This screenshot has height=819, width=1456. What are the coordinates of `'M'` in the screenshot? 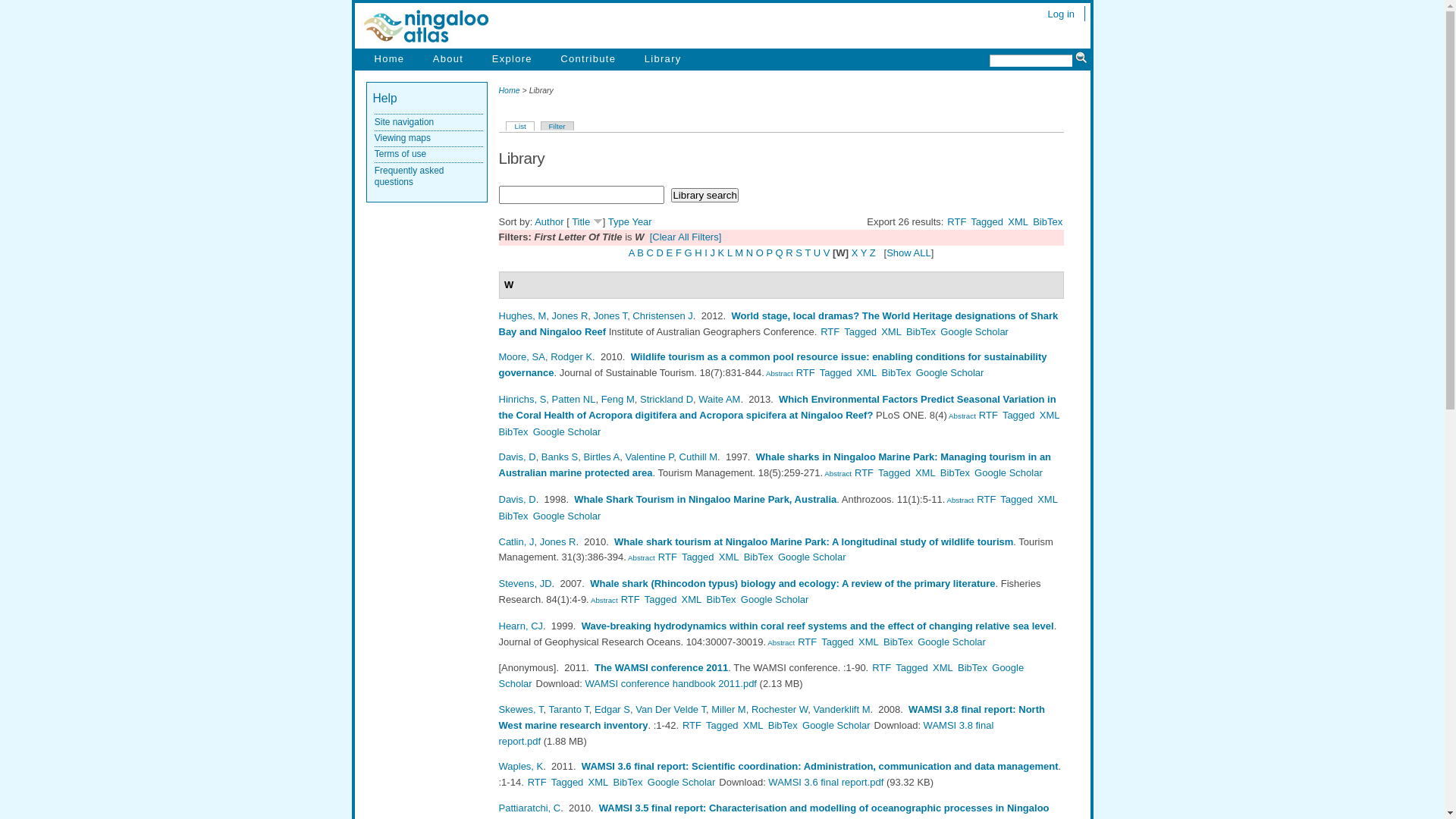 It's located at (739, 252).